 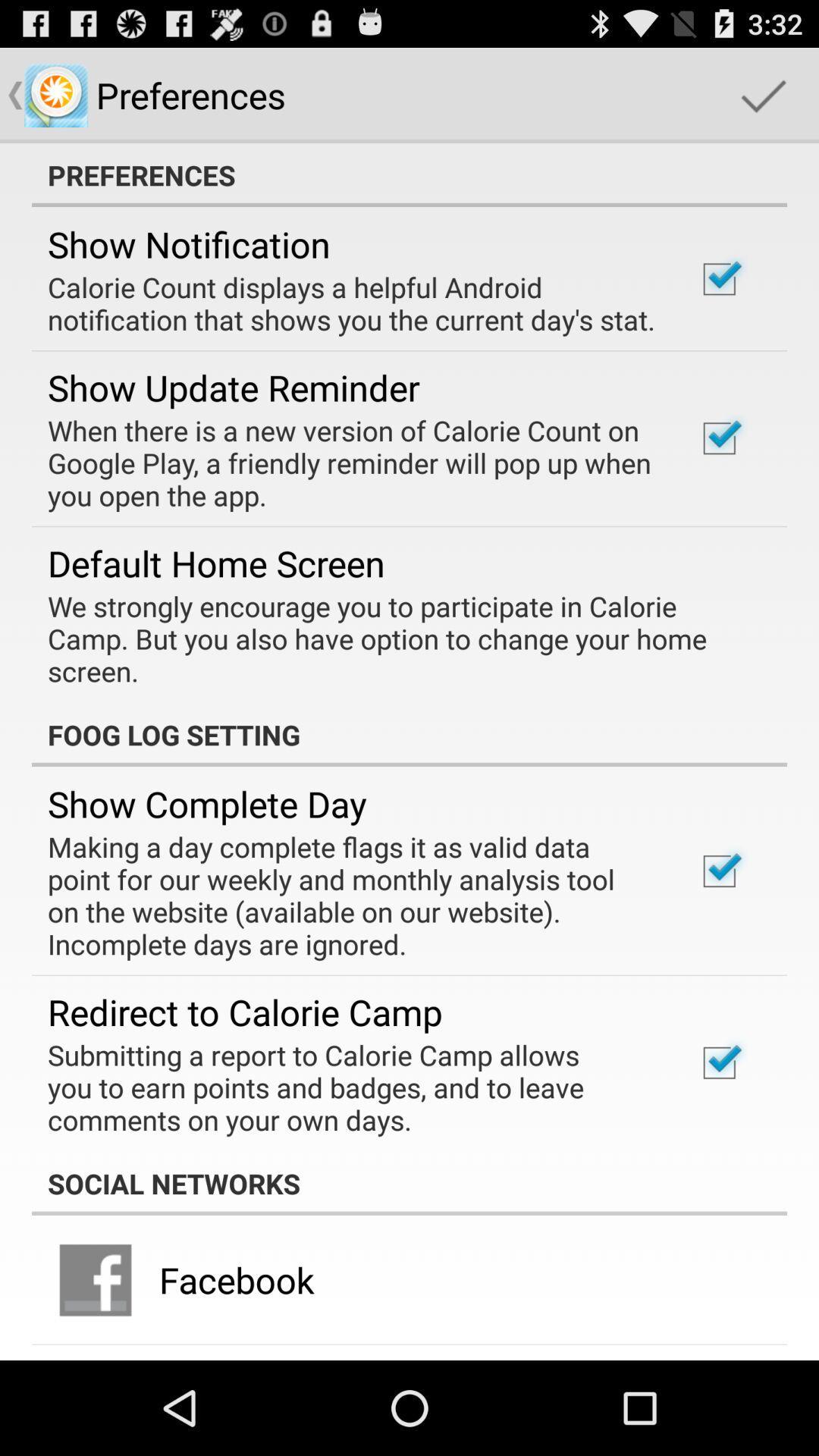 I want to click on the foog log setting icon, so click(x=409, y=735).